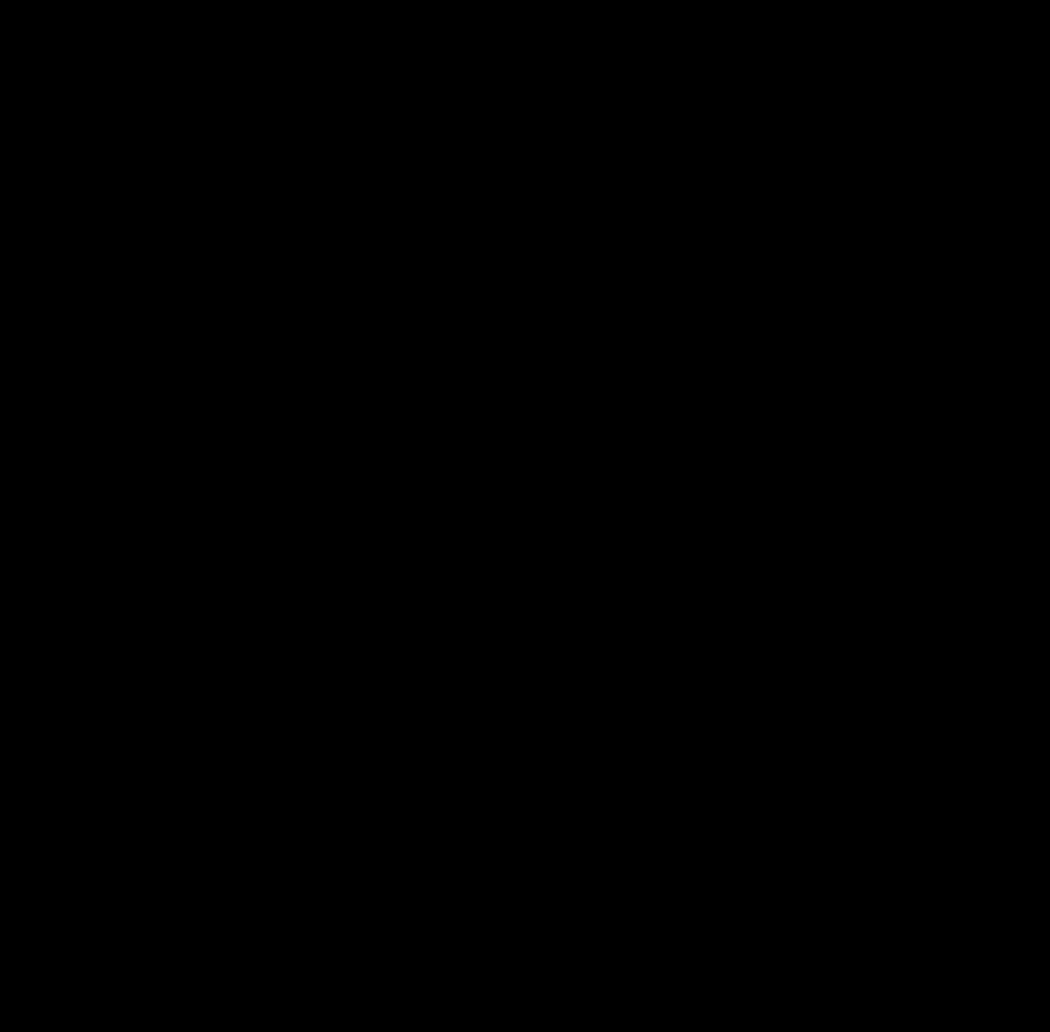  What do you see at coordinates (562, 226) in the screenshot?
I see `'"Jennings Social Media & MarTech has been absolutely everything they presented and more, they are exactly what our organization needed. Valerie and her team developed a digital marketing plan and pushed relentlessly toward our goals. They have taken responsibility for all aspects of the effort and produced real quantifiable results. JSMM keeps us active, relevant, timely and within our space. We could not be happier!"'` at bounding box center [562, 226].